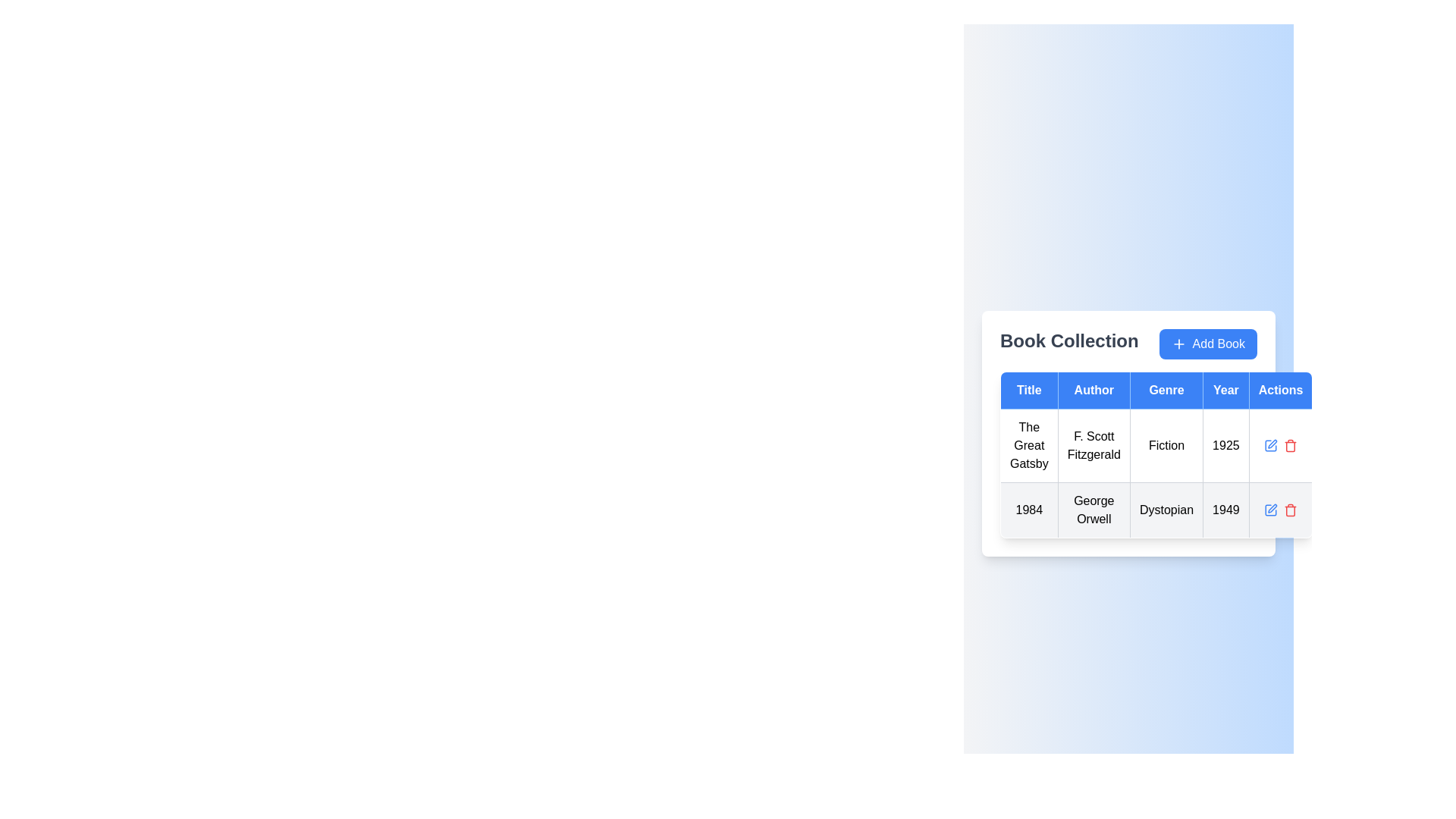 This screenshot has width=1456, height=819. Describe the element at coordinates (1270, 444) in the screenshot. I see `the Icon button in the 'Actions' column of the first book entry in the table` at that location.